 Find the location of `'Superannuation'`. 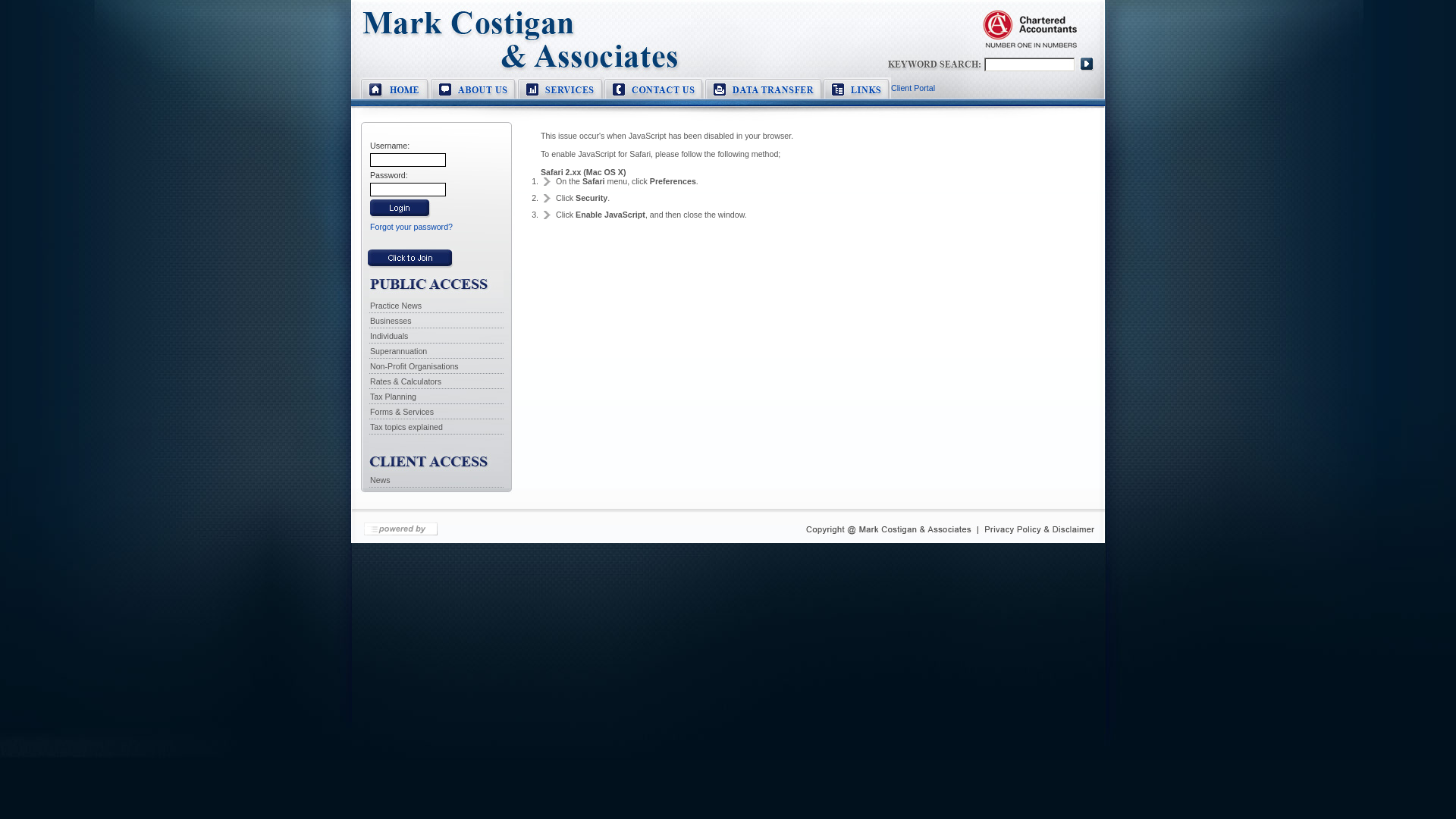

'Superannuation' is located at coordinates (398, 350).